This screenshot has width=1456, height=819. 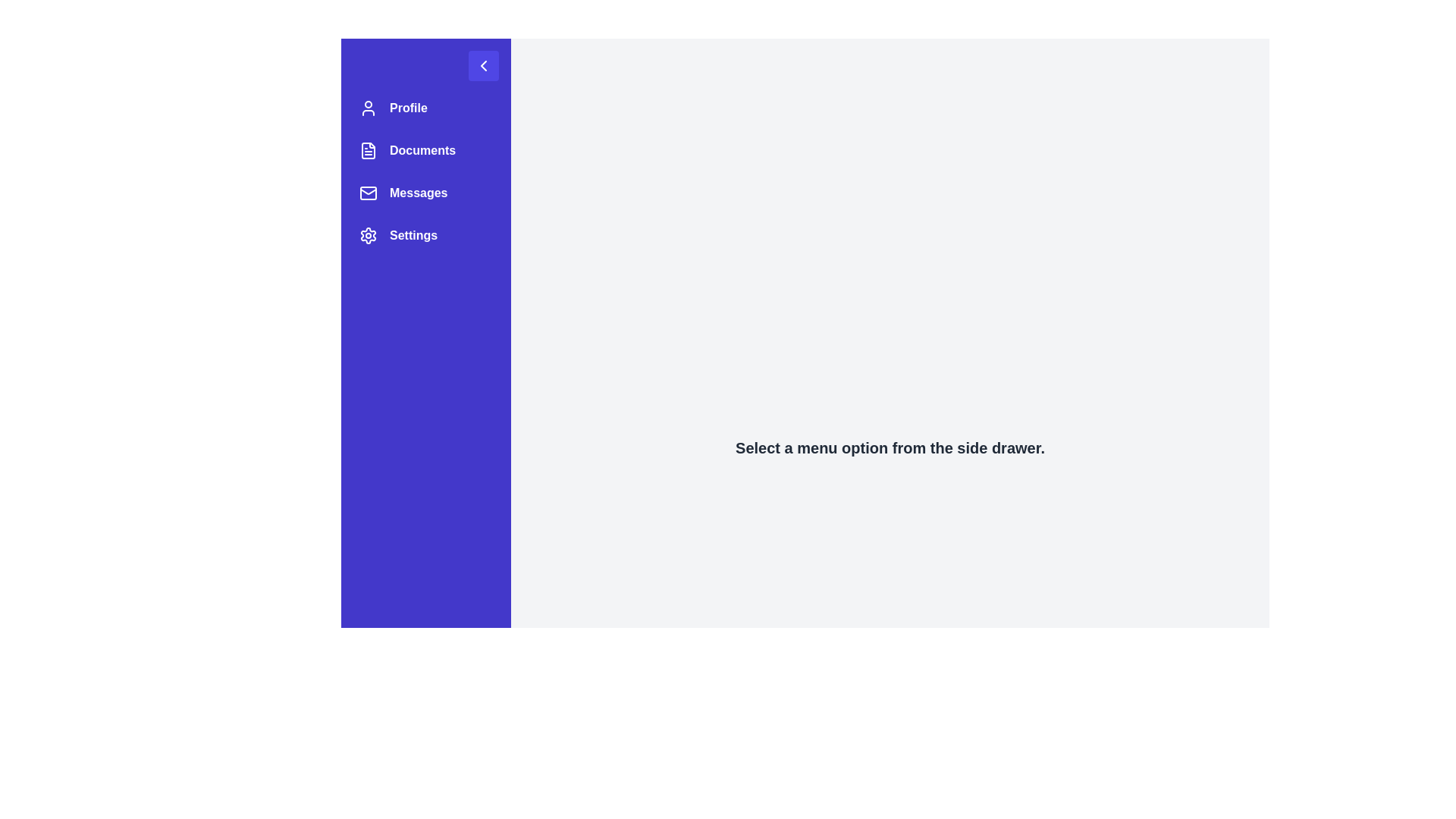 What do you see at coordinates (368, 236) in the screenshot?
I see `the cog icon in the navigation menu` at bounding box center [368, 236].